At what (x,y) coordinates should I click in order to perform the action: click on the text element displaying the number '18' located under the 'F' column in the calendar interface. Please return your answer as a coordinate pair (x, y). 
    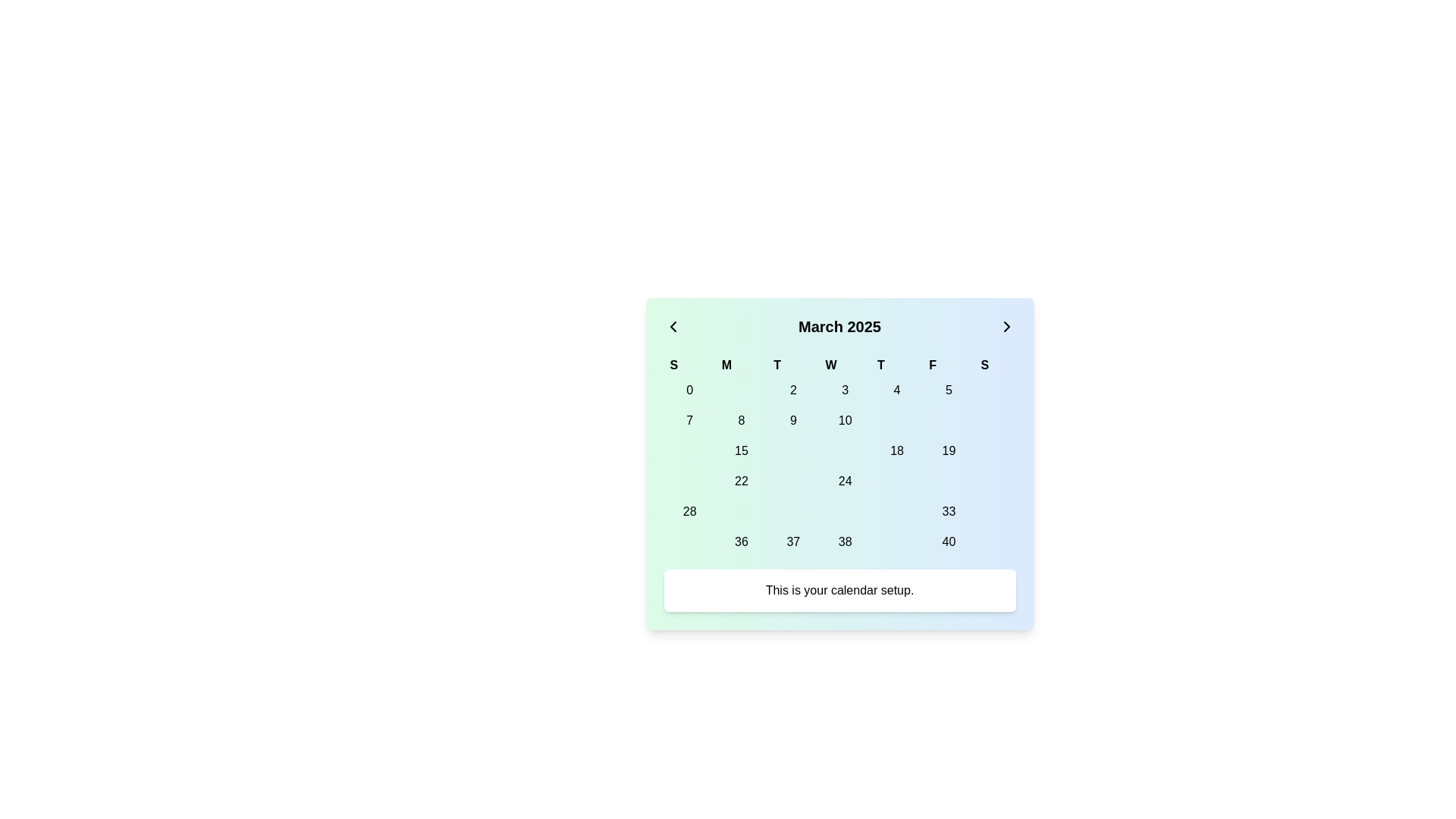
    Looking at the image, I should click on (897, 450).